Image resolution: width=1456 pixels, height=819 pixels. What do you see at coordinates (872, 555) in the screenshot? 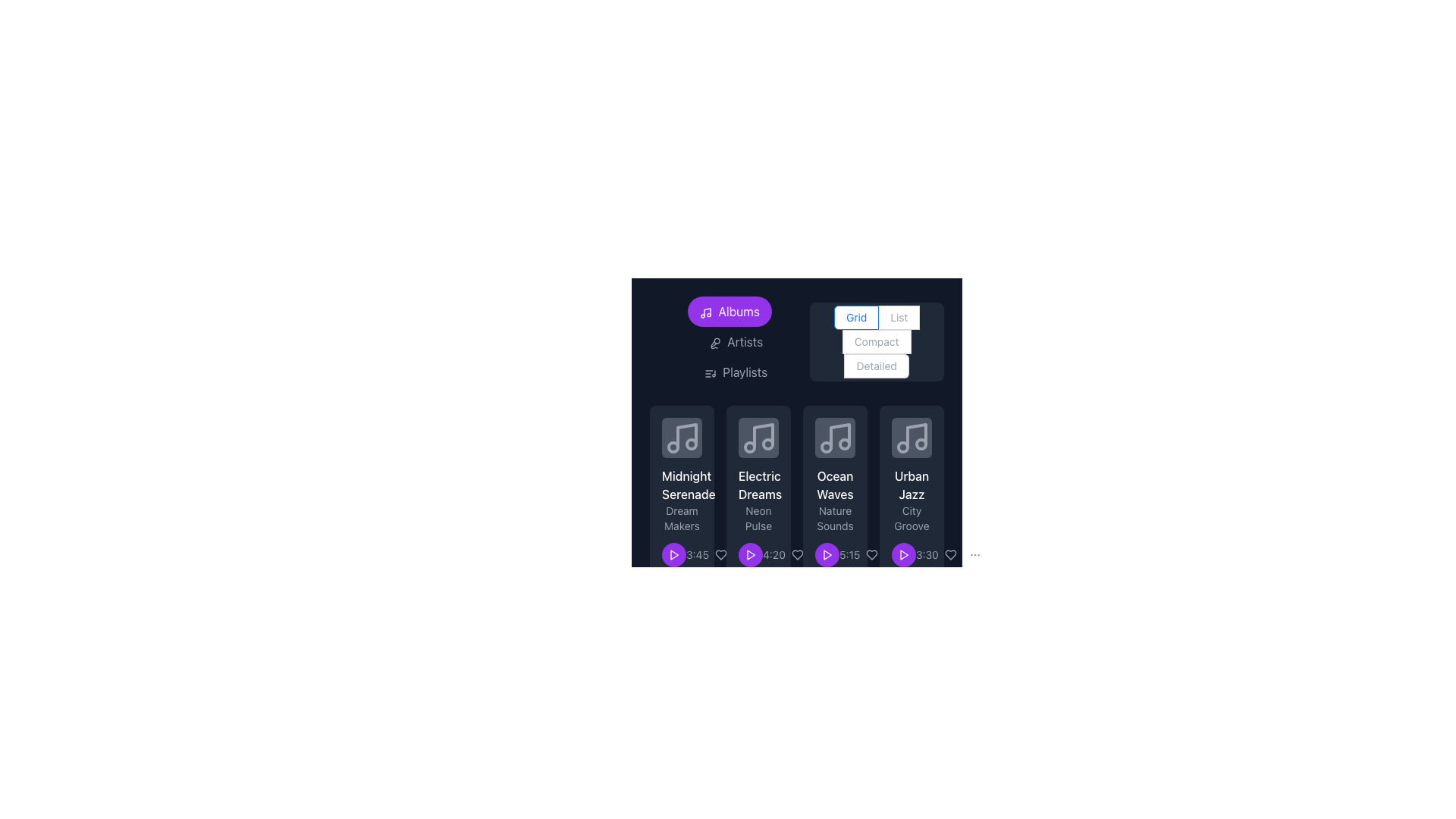
I see `the small gray heart icon to like the 'Ocean Waves' music item, which is the third interactive icon in the control panel below the item` at bounding box center [872, 555].